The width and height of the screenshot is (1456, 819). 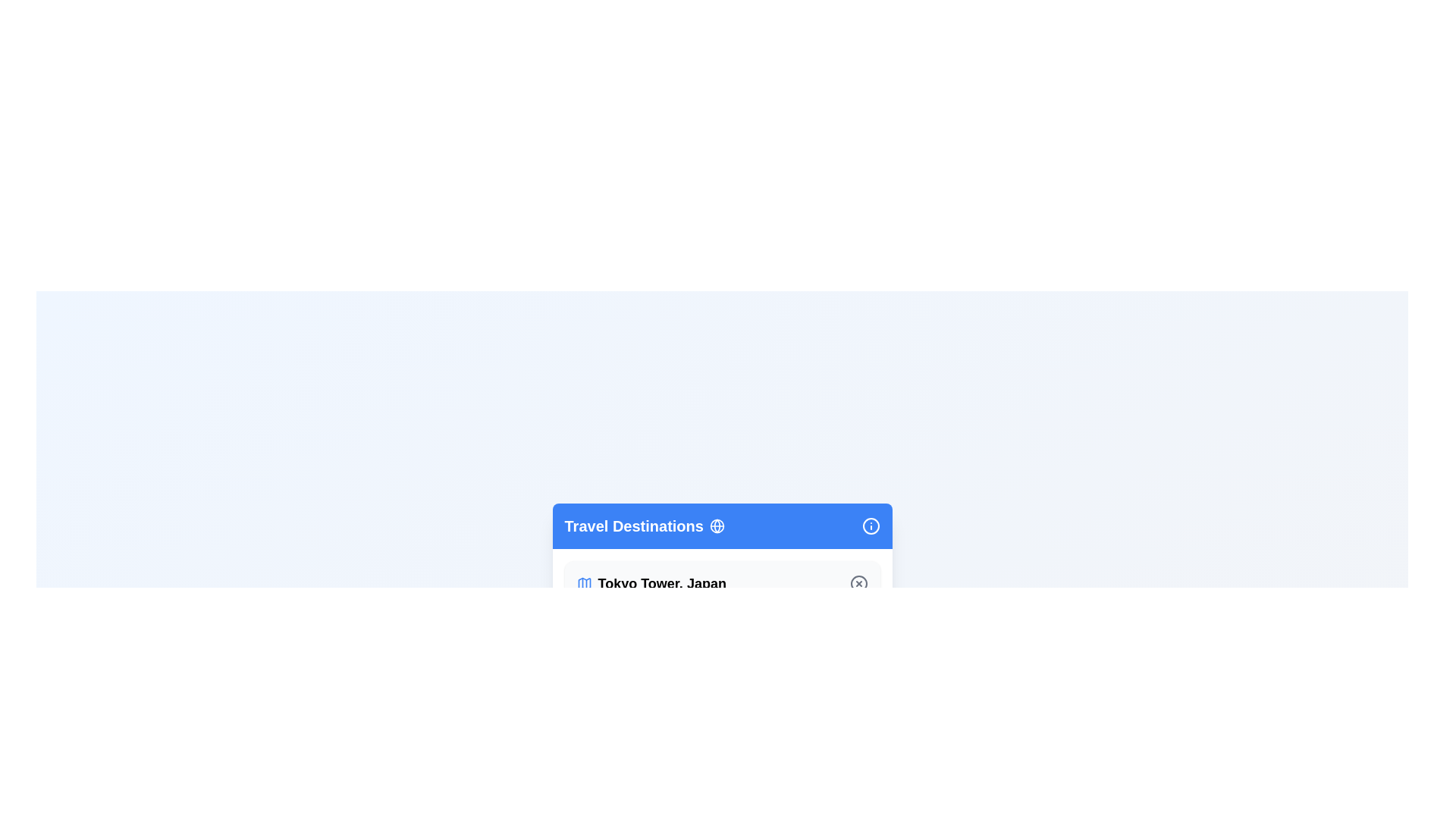 I want to click on the circular shape element with a blue fill located in the top-right corner of the 'Travel Destinations' panel, so click(x=871, y=526).